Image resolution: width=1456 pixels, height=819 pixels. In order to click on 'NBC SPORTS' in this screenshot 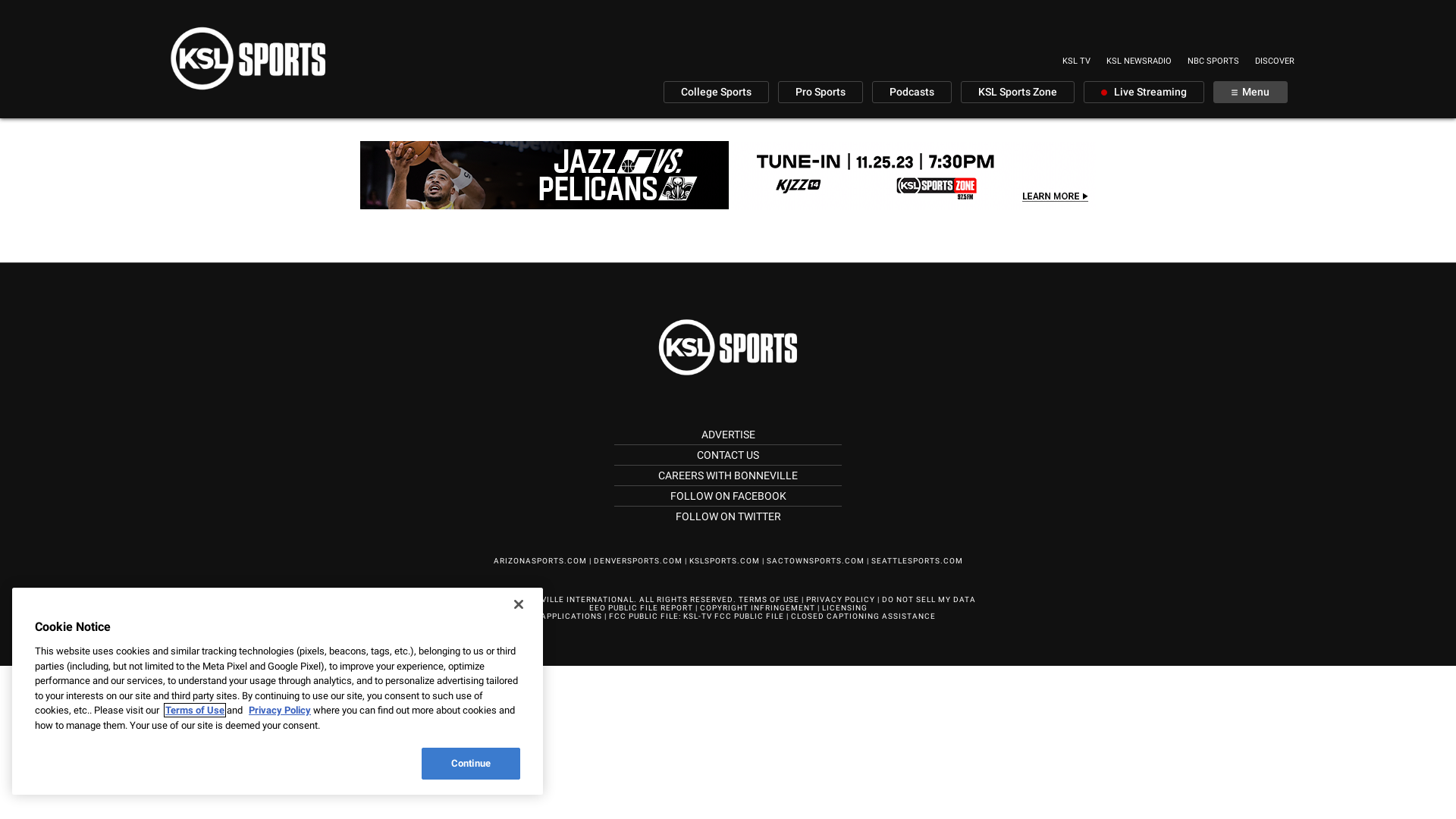, I will do `click(1212, 60)`.